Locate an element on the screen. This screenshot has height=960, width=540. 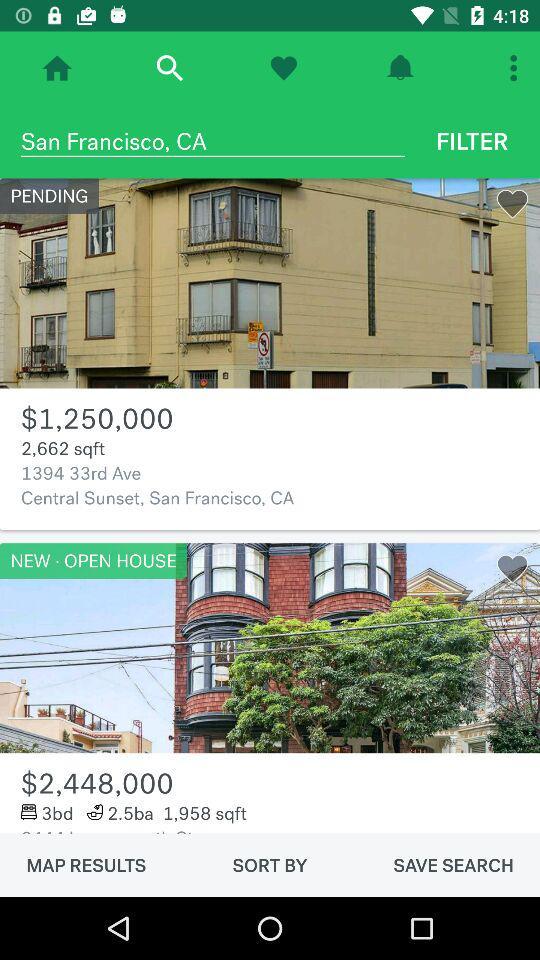
turn on notifications is located at coordinates (400, 68).